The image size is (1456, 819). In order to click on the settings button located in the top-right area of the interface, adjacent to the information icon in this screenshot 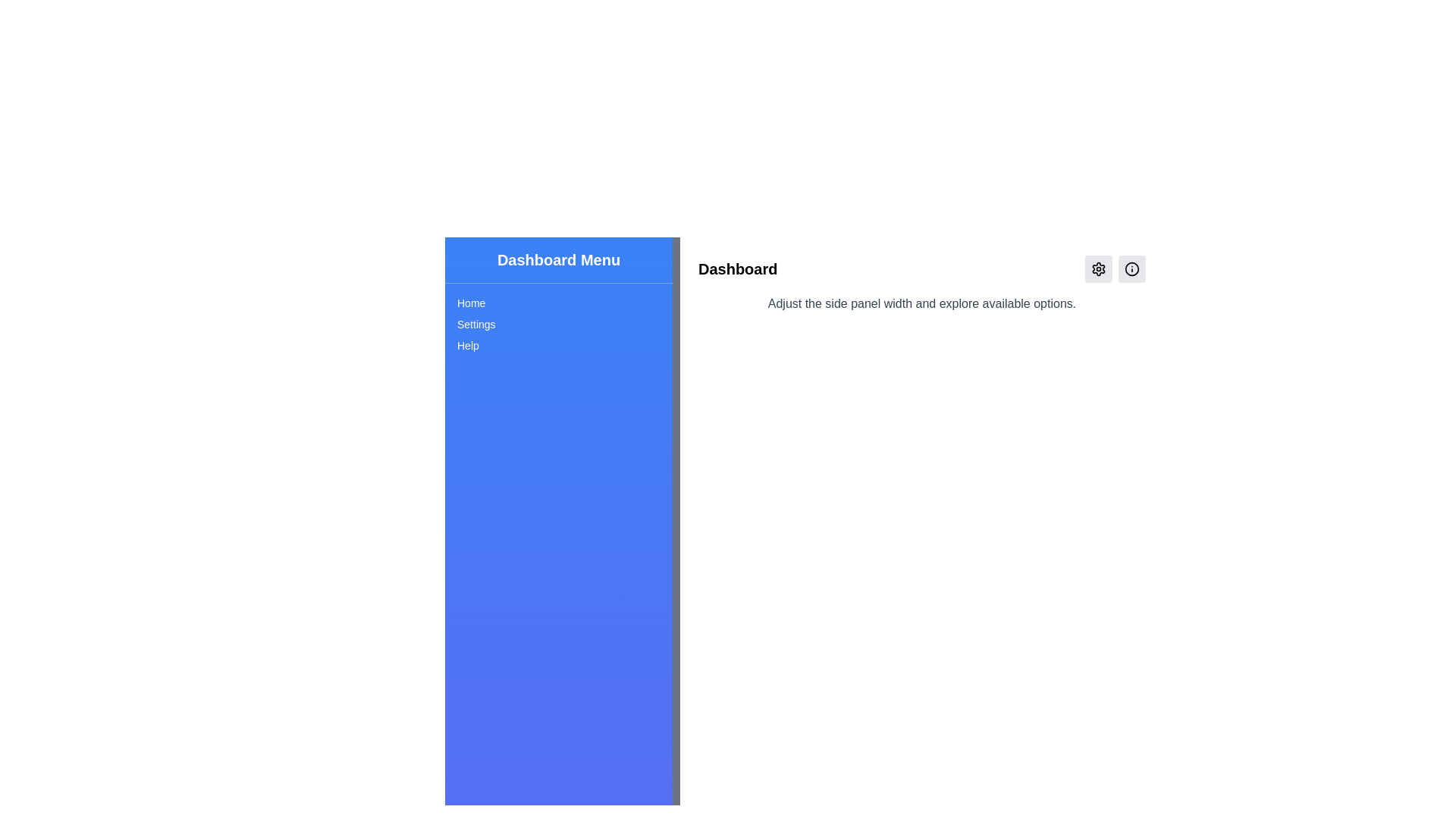, I will do `click(1099, 268)`.